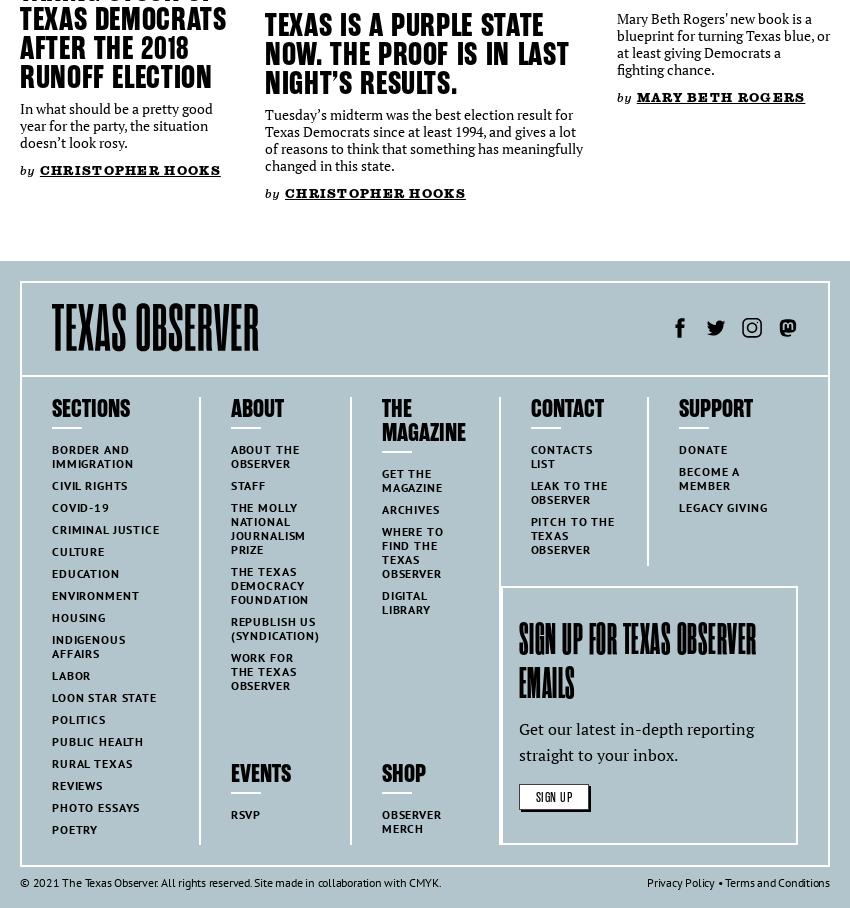 The height and width of the screenshot is (908, 850). Describe the element at coordinates (259, 771) in the screenshot. I see `'Events'` at that location.